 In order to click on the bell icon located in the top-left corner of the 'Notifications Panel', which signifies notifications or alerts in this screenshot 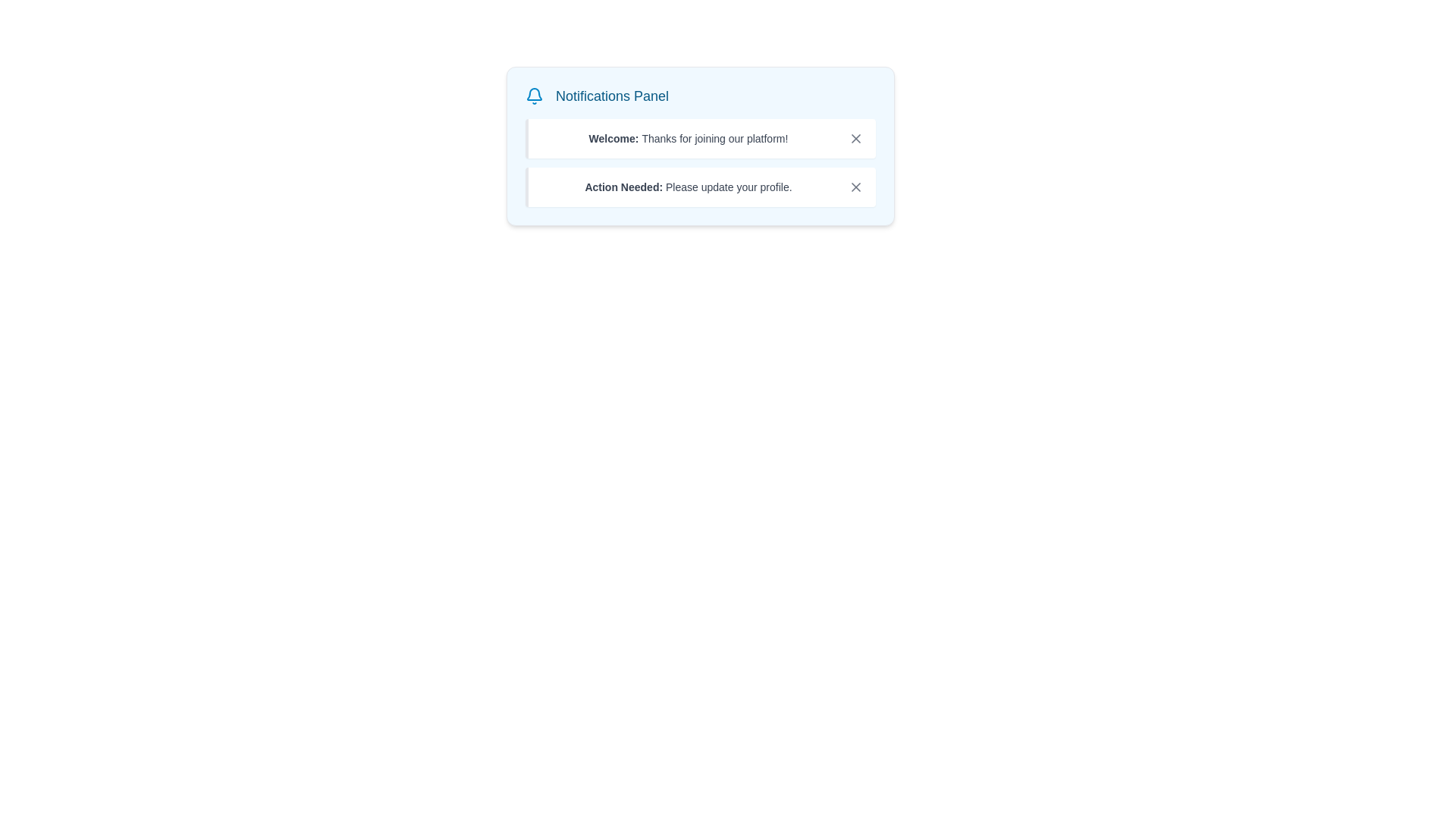, I will do `click(535, 96)`.